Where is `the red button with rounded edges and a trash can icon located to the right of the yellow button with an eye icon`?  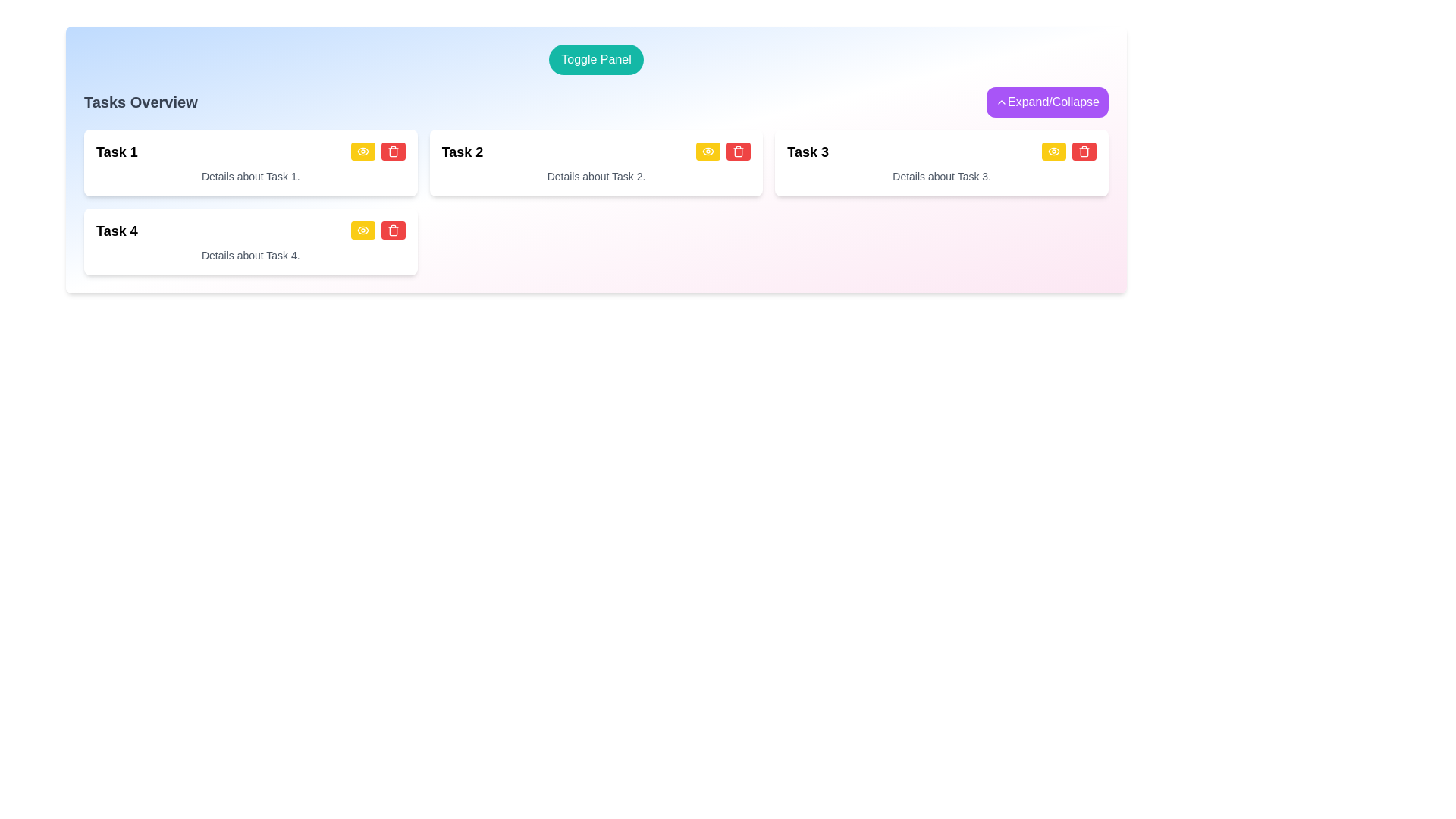 the red button with rounded edges and a trash can icon located to the right of the yellow button with an eye icon is located at coordinates (393, 151).